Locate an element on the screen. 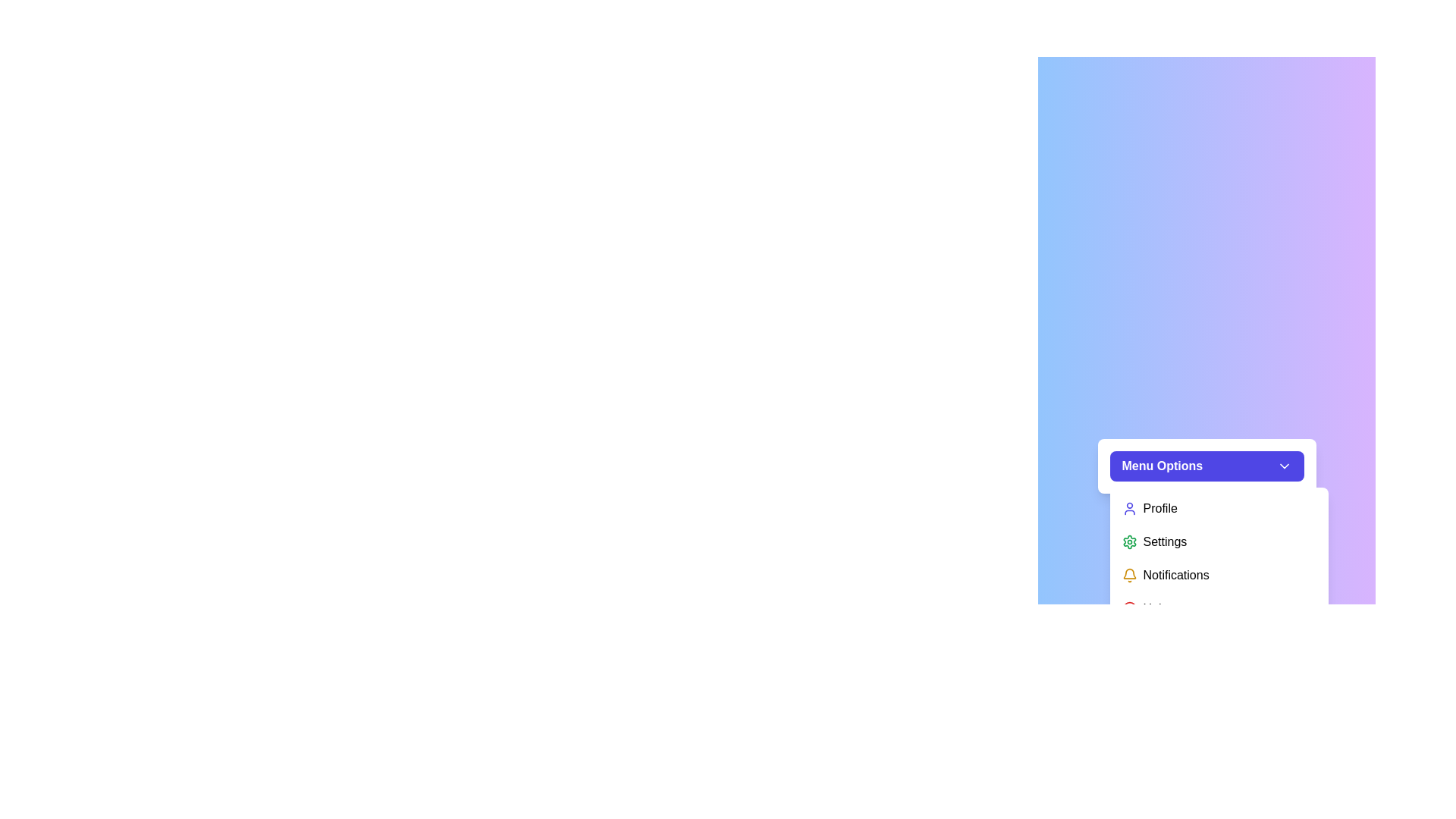  the 'Menu Options' dropdown button is located at coordinates (1206, 465).